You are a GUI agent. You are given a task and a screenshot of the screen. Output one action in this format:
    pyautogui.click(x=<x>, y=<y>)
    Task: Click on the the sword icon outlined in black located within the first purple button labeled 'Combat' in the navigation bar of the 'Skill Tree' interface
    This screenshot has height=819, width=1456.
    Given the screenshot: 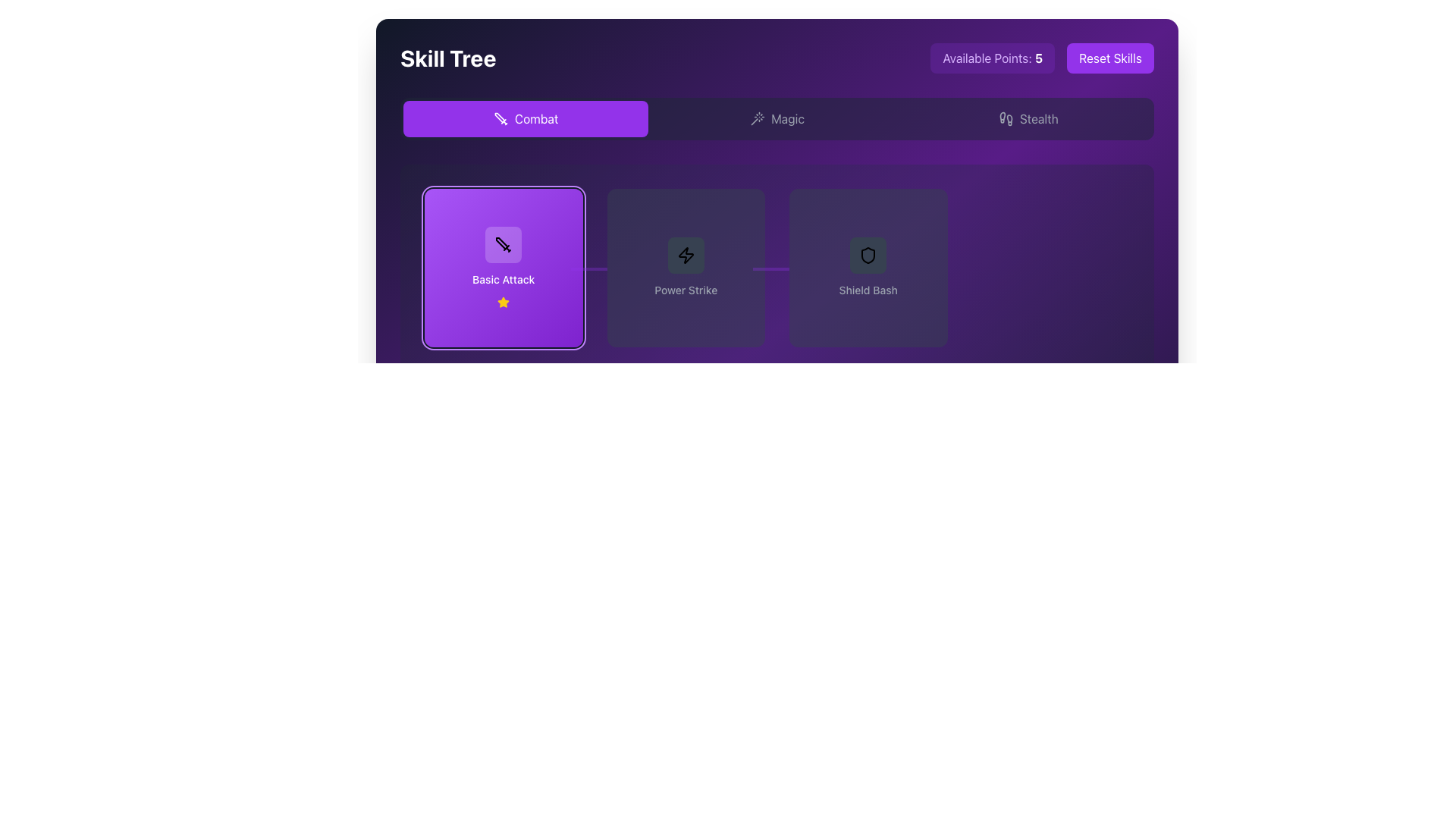 What is the action you would take?
    pyautogui.click(x=500, y=118)
    